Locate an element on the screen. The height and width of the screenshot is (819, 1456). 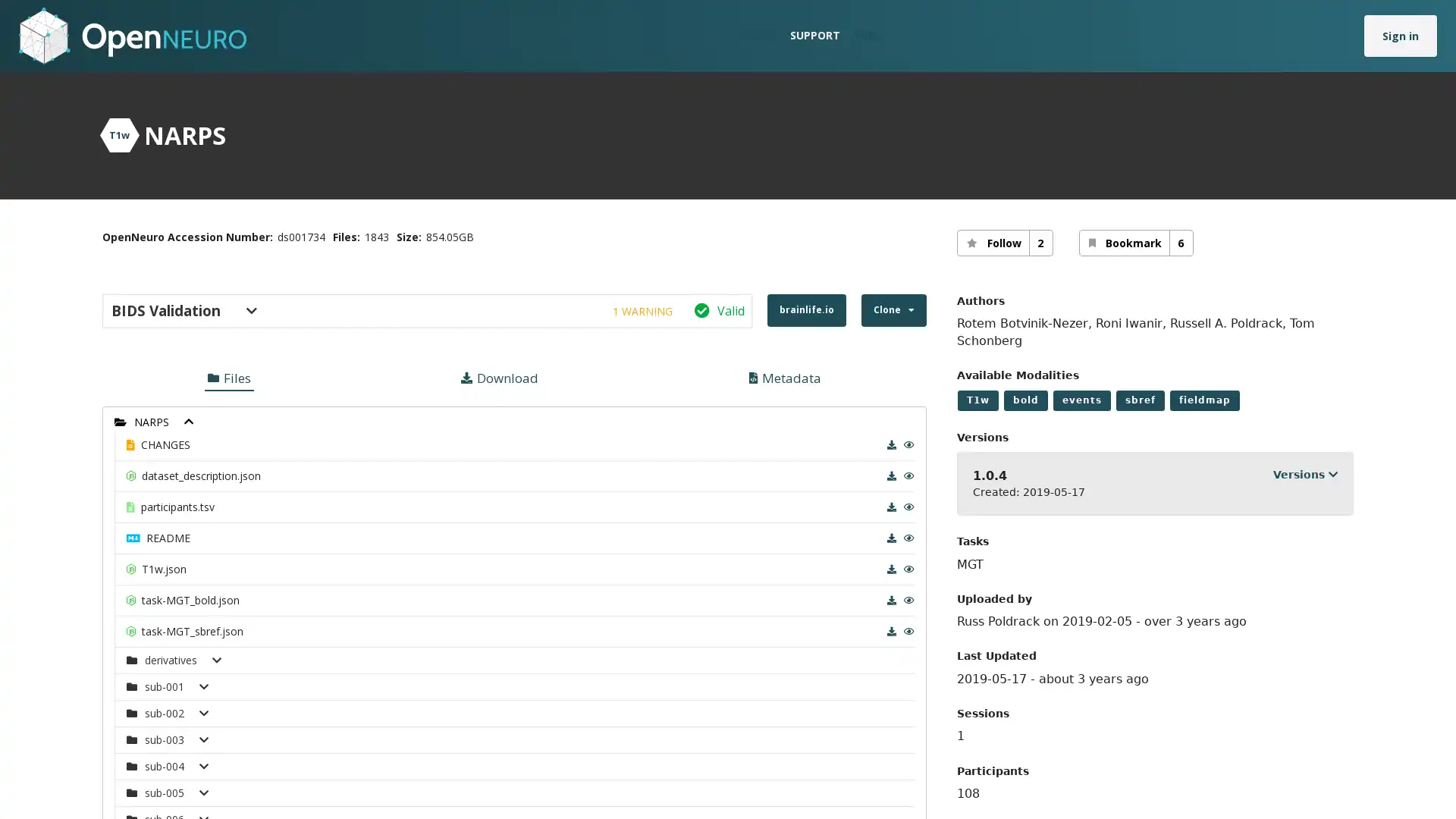
copy Github url is located at coordinates (645, 383).